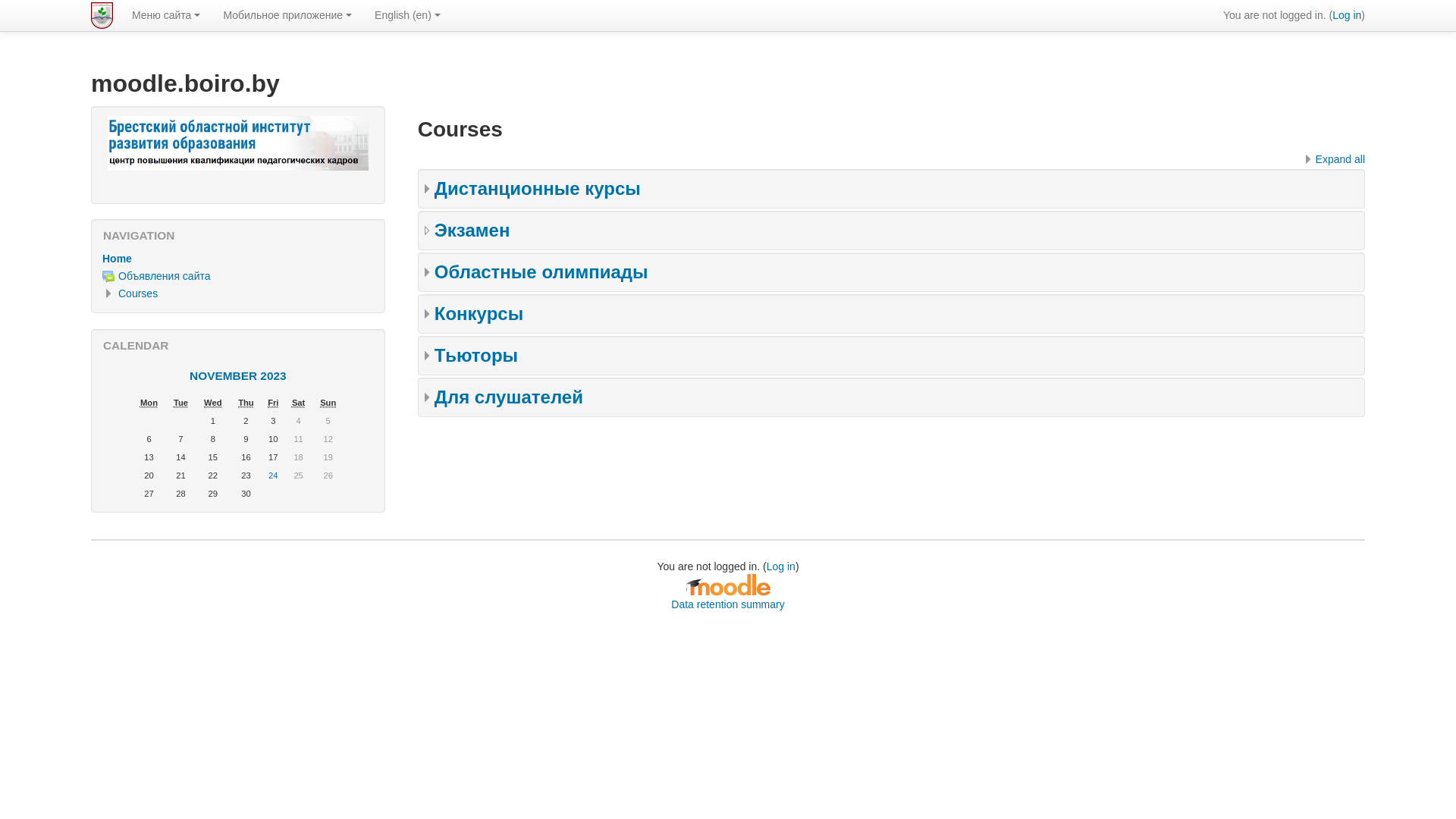 The image size is (1456, 819). What do you see at coordinates (116, 257) in the screenshot?
I see `'Home'` at bounding box center [116, 257].